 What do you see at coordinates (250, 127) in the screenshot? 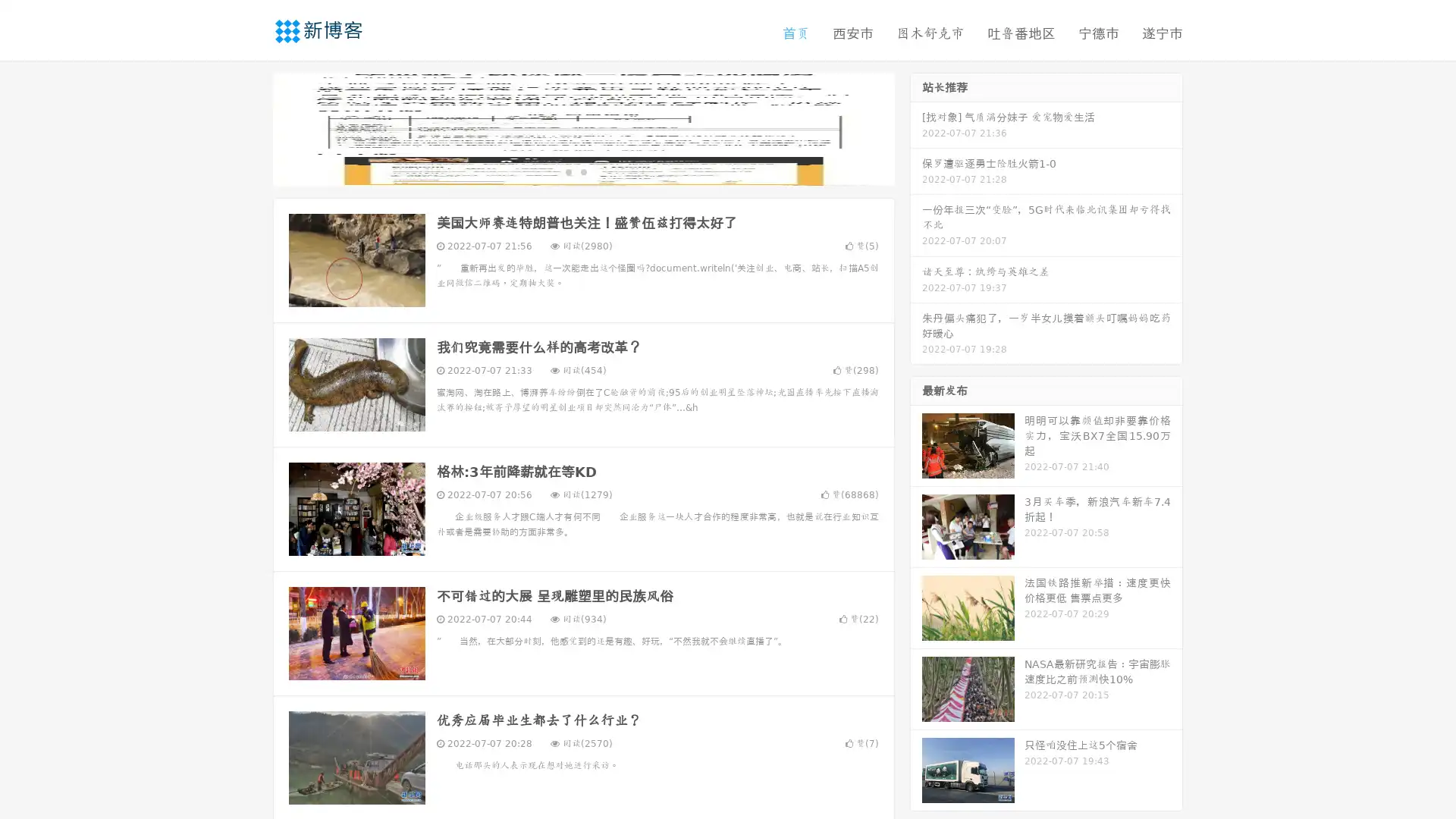
I see `Previous slide` at bounding box center [250, 127].